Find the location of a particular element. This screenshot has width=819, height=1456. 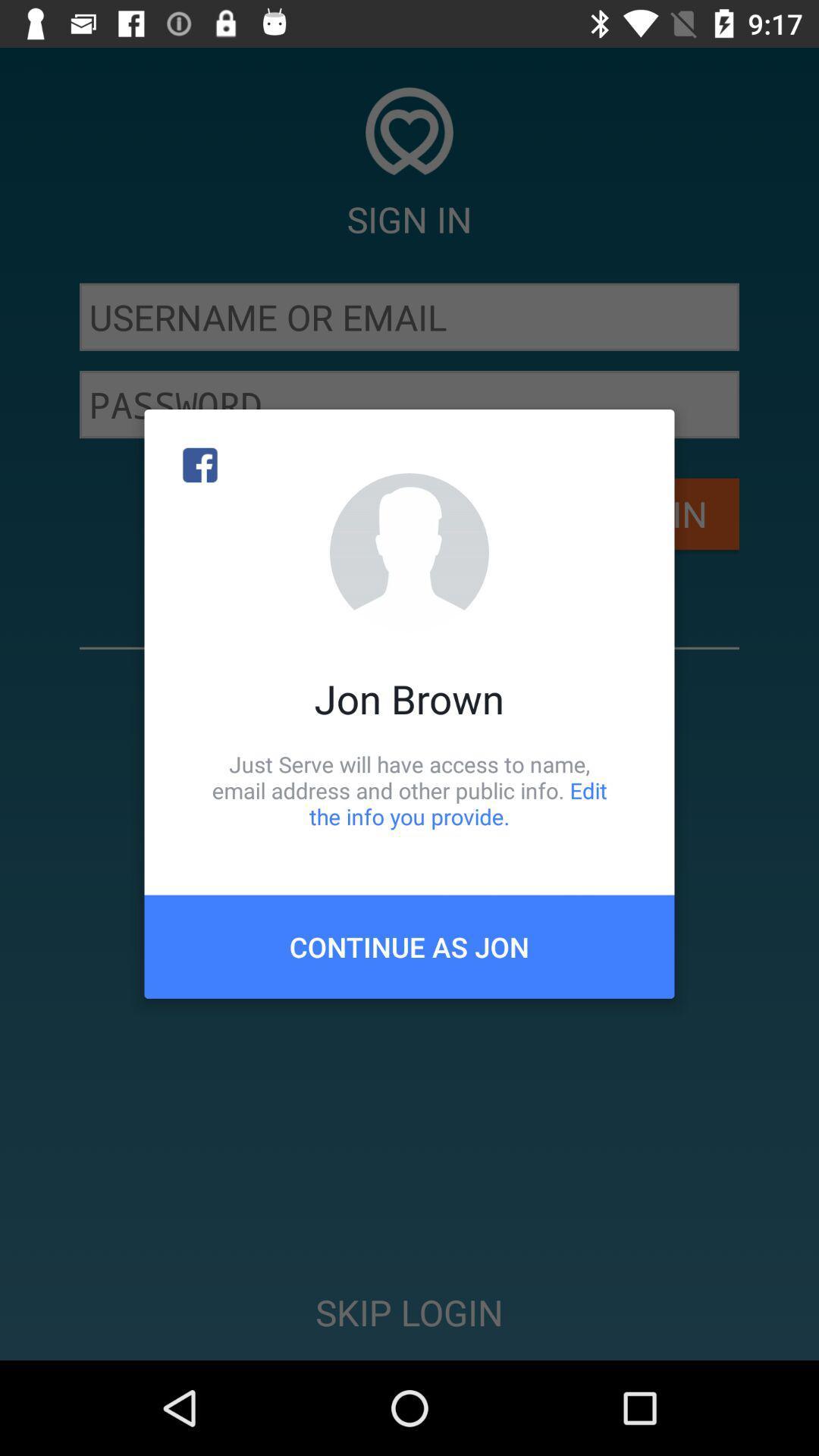

the icon above the continue as jon icon is located at coordinates (409, 789).